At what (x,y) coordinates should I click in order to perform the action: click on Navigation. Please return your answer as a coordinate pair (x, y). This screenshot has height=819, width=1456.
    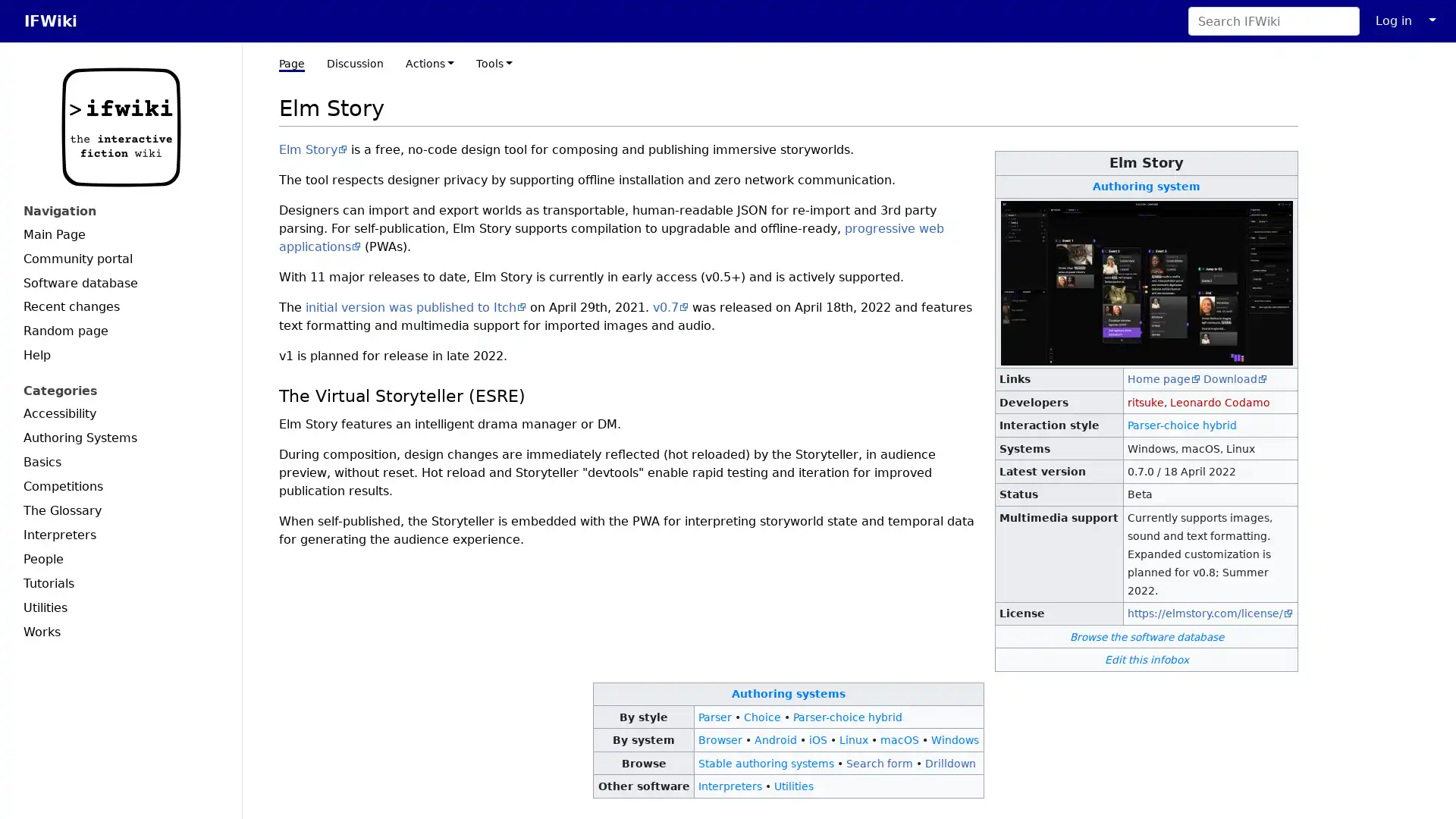
    Looking at the image, I should click on (120, 211).